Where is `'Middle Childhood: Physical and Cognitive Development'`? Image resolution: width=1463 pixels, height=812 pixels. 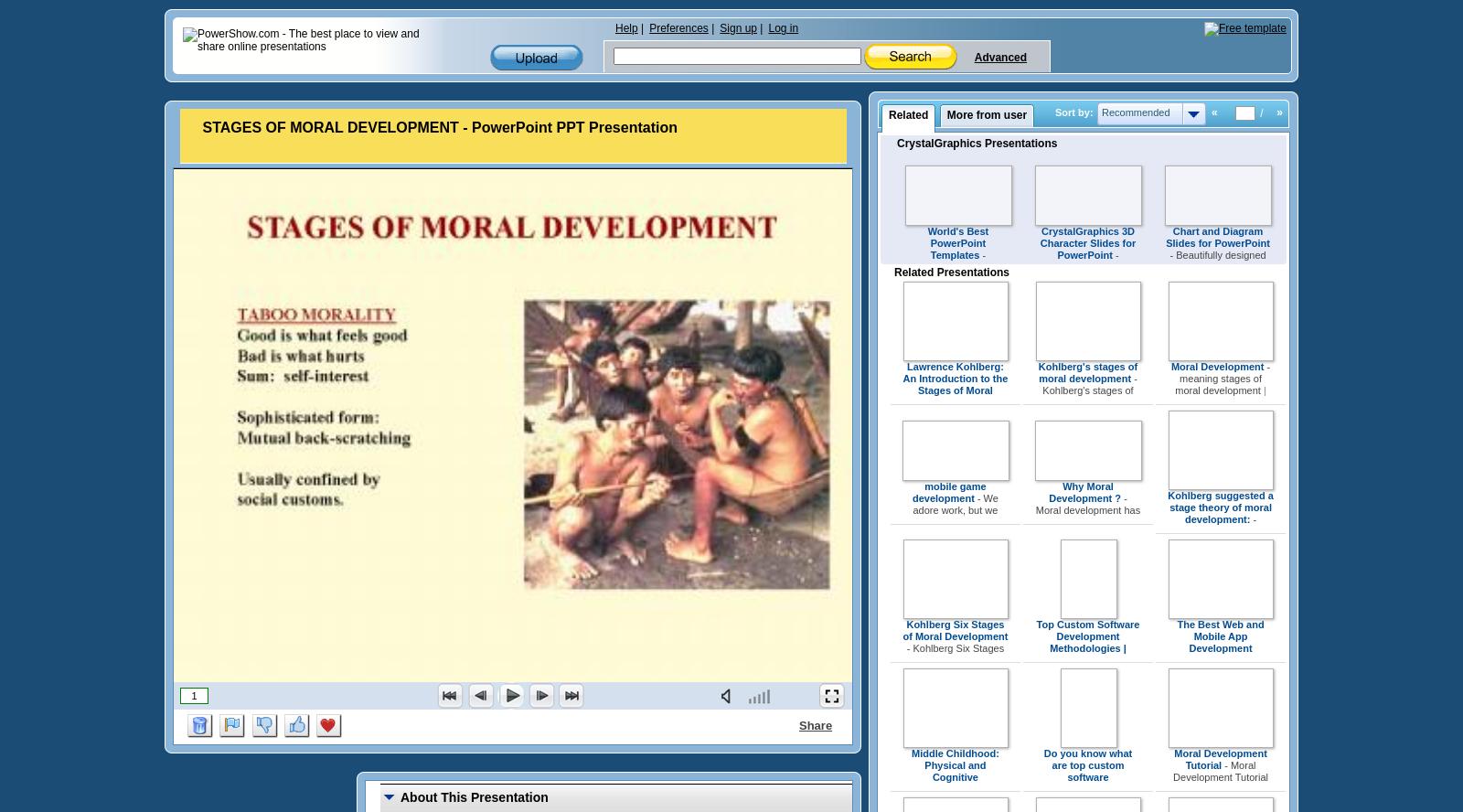
'Middle Childhood: Physical and Cognitive Development' is located at coordinates (955, 770).